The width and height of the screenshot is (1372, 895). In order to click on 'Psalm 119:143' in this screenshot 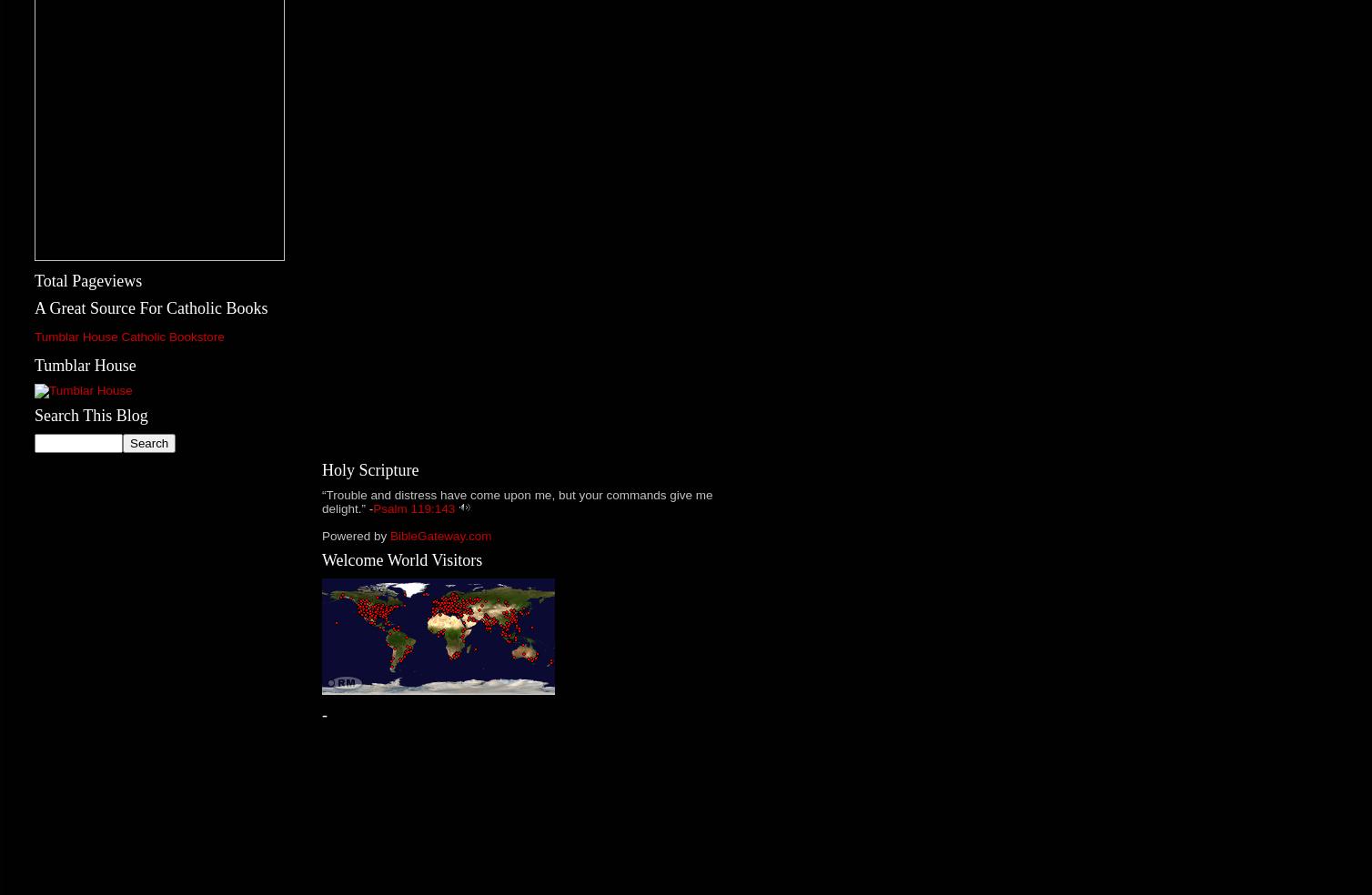, I will do `click(413, 507)`.